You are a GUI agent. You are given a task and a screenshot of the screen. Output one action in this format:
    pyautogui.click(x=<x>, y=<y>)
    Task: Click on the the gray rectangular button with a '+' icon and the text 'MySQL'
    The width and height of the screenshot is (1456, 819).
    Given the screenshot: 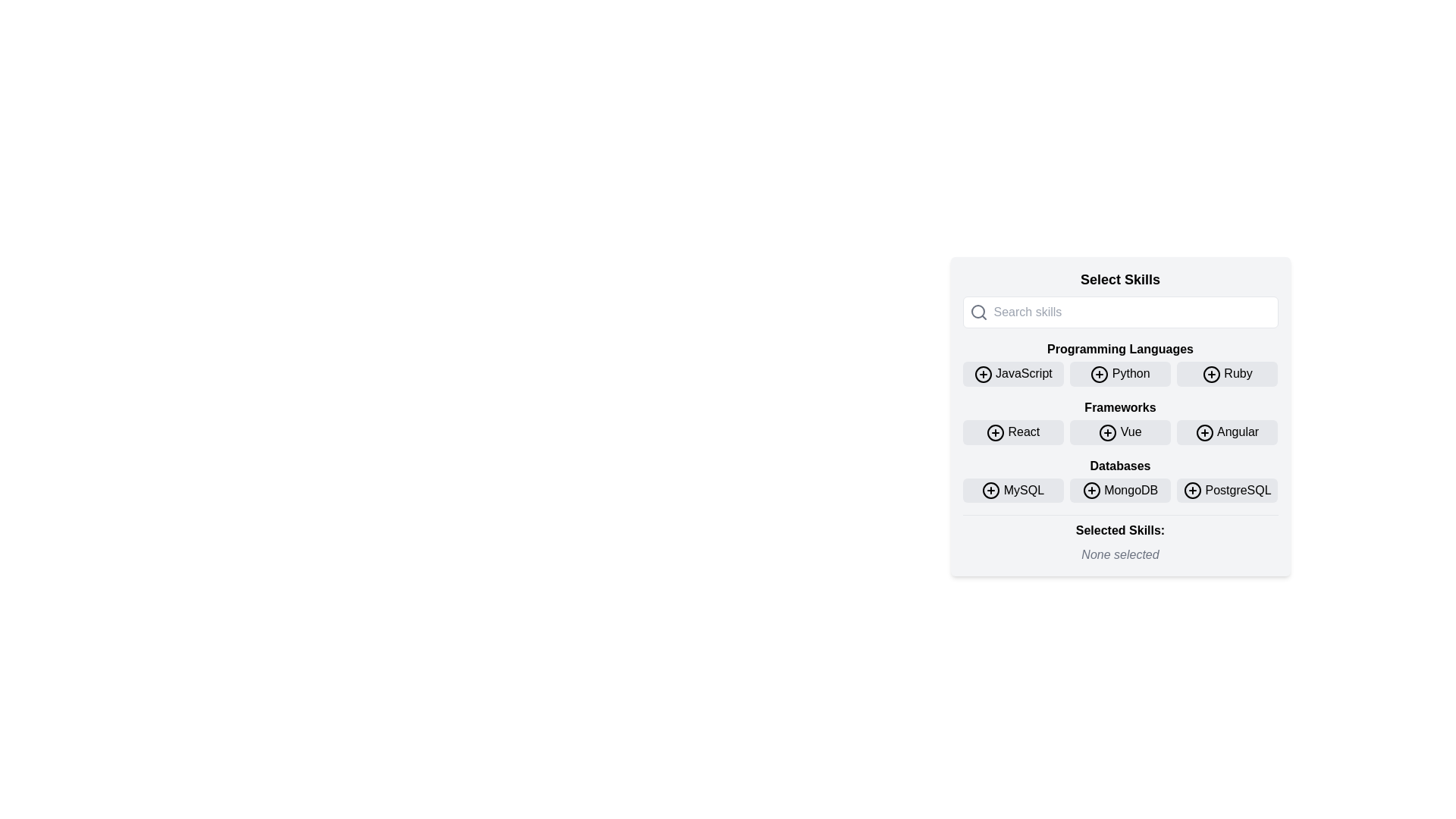 What is the action you would take?
    pyautogui.click(x=1013, y=490)
    